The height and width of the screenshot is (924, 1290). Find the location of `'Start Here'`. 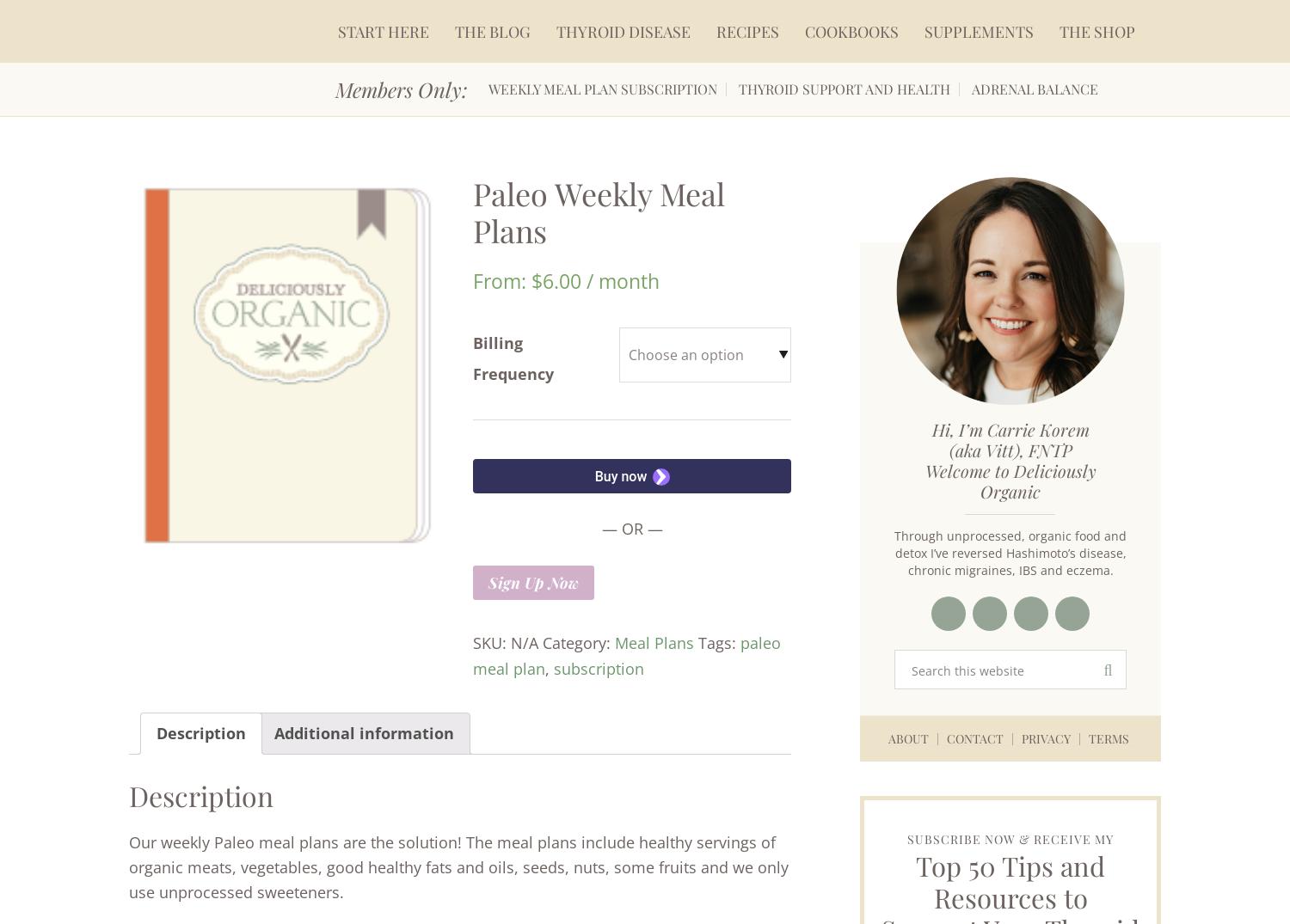

'Start Here' is located at coordinates (382, 30).